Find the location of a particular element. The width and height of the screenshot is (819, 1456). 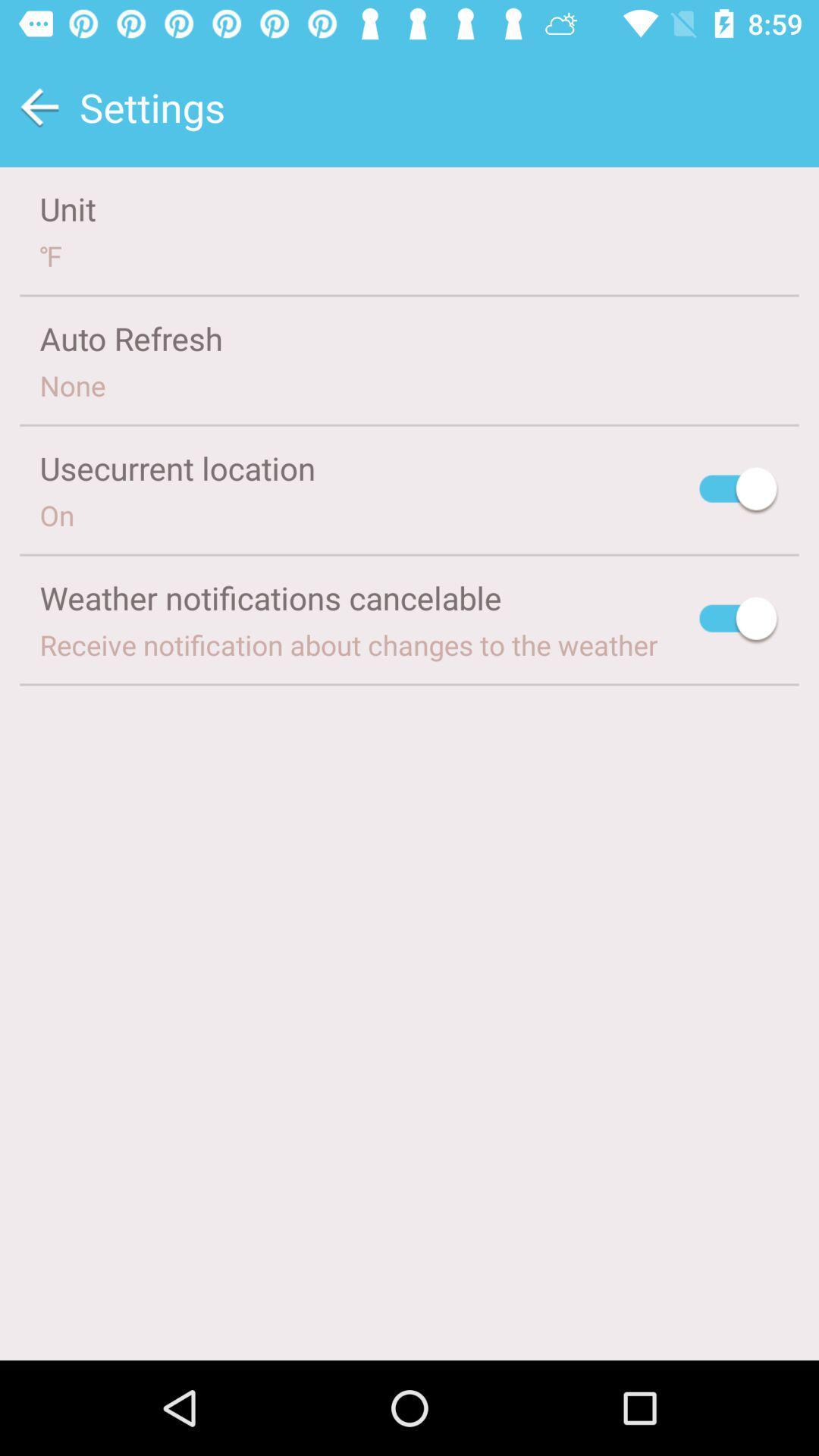

enable notifications is located at coordinates (739, 621).